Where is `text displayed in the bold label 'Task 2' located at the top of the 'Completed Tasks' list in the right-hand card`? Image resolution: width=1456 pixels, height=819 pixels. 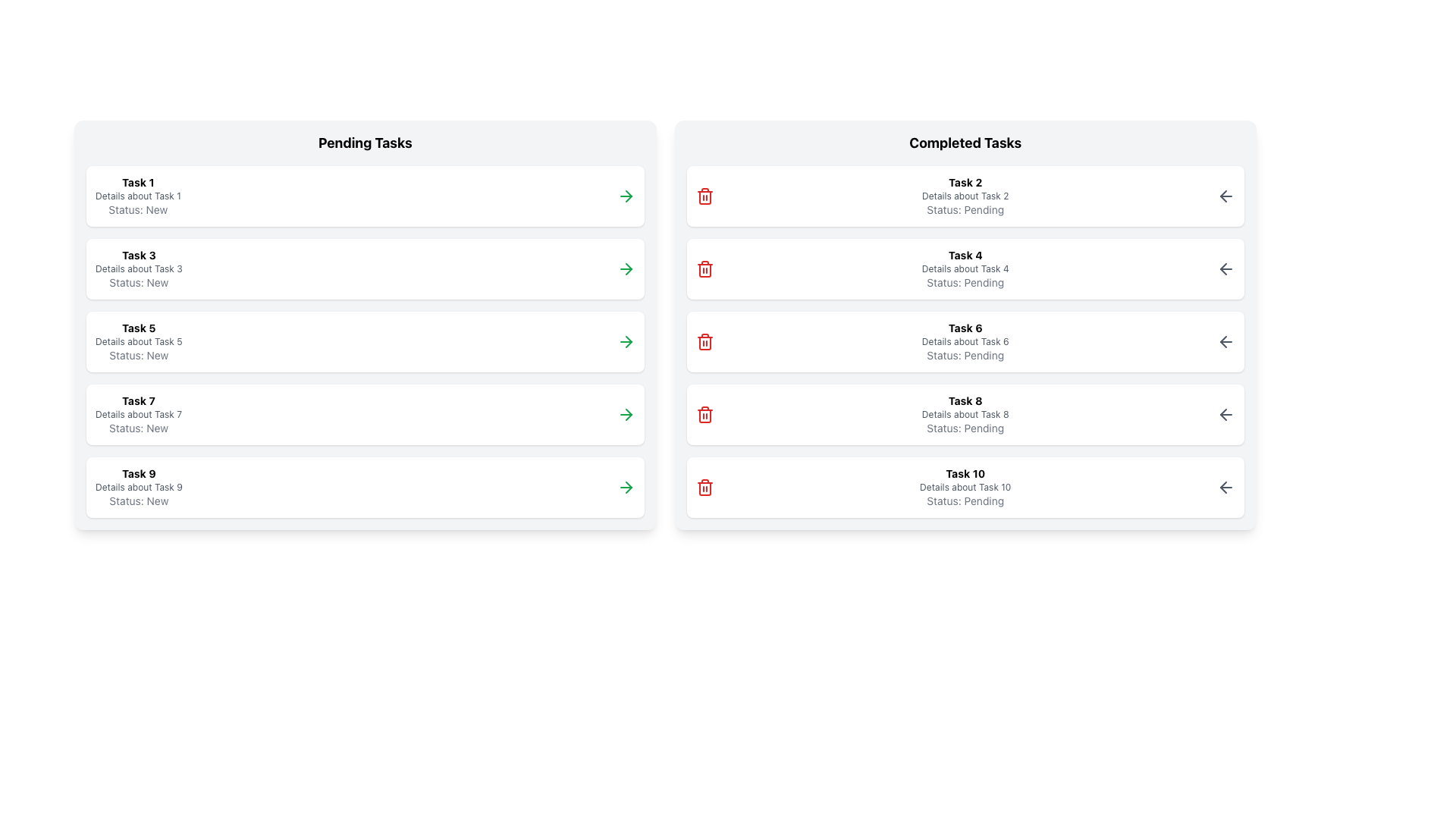 text displayed in the bold label 'Task 2' located at the top of the 'Completed Tasks' list in the right-hand card is located at coordinates (965, 181).